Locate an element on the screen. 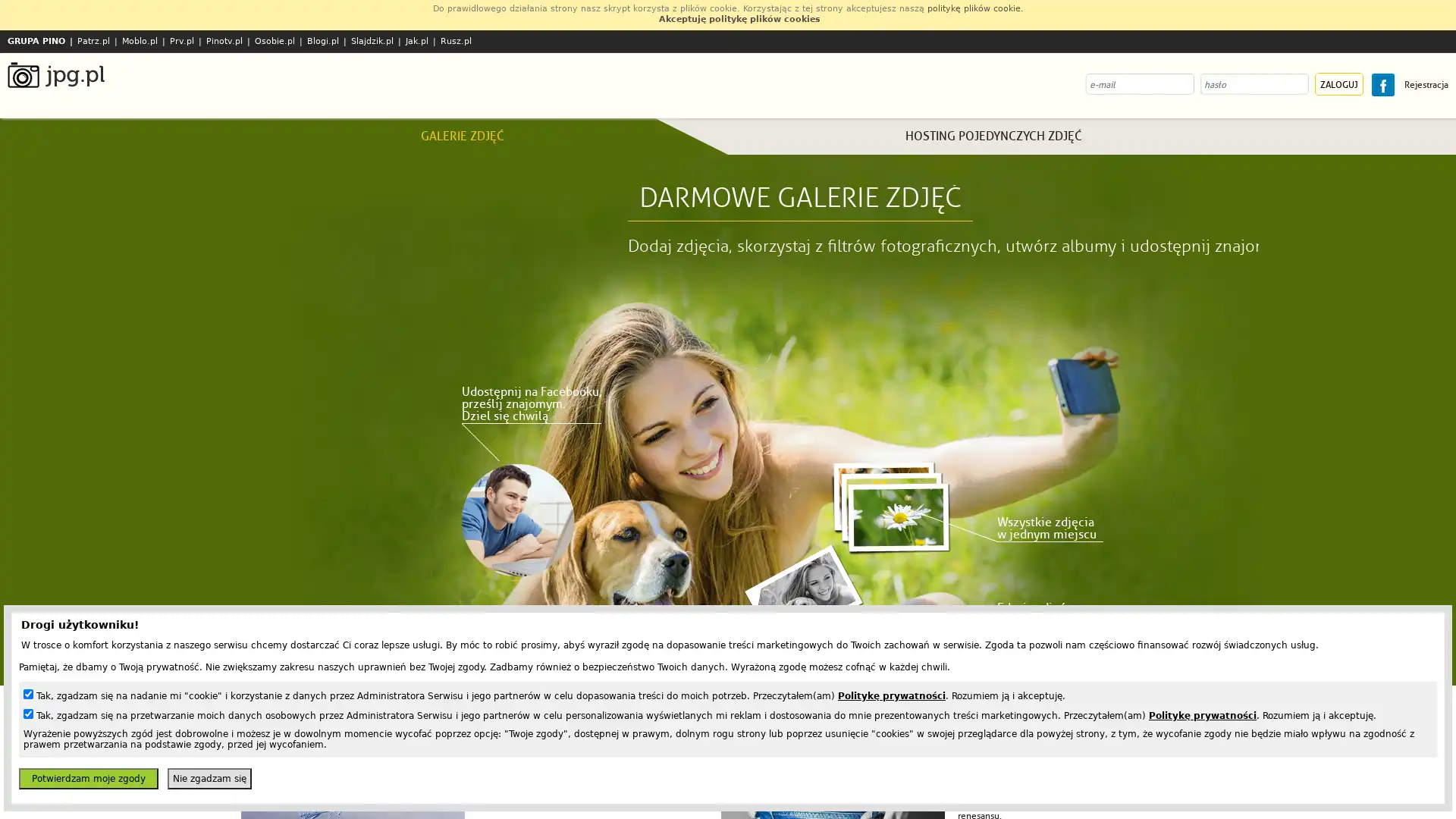 This screenshot has height=819, width=1456. Potwierdzam moje zgody is located at coordinates (87, 778).